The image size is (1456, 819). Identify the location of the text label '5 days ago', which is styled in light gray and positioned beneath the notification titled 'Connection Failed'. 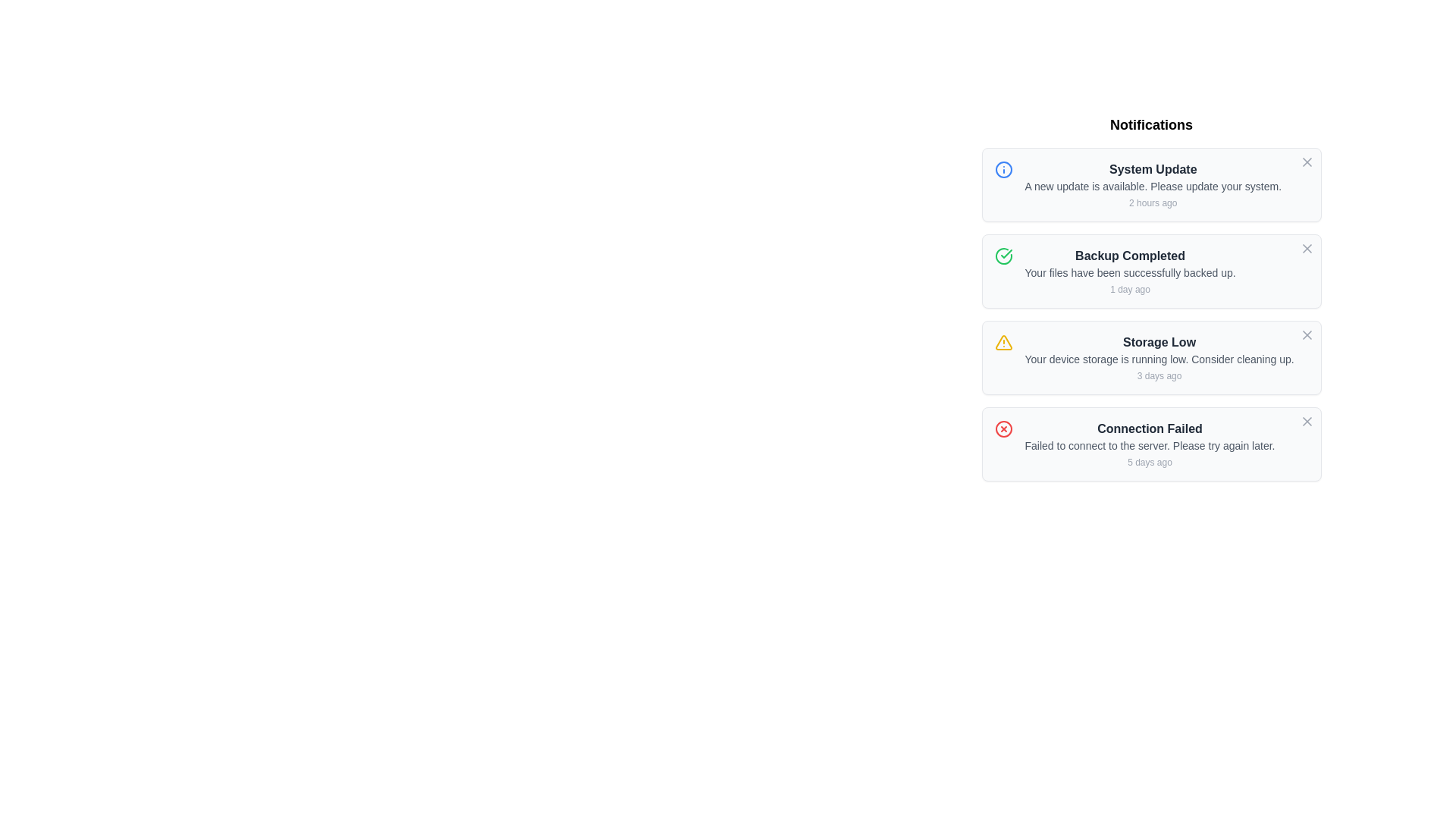
(1150, 461).